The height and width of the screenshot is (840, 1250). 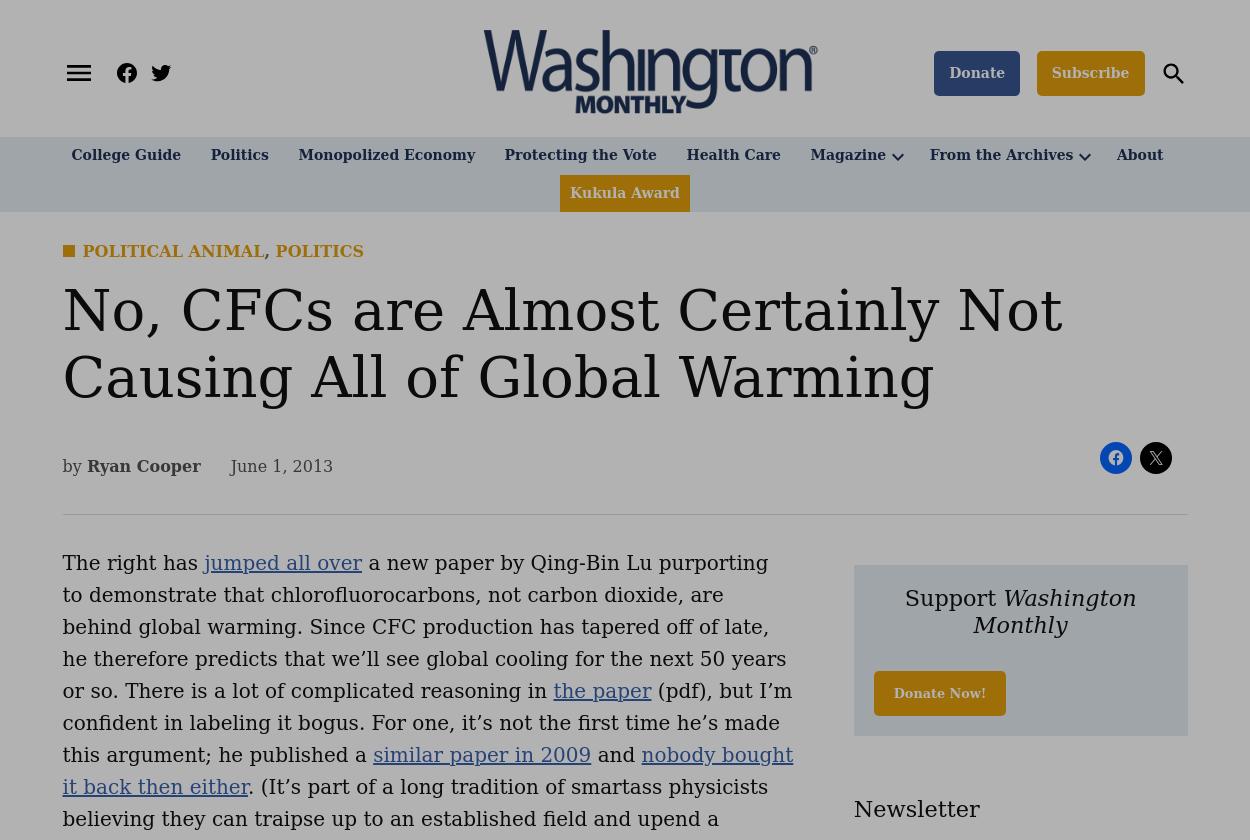 I want to click on 'Political Animal', so click(x=173, y=251).